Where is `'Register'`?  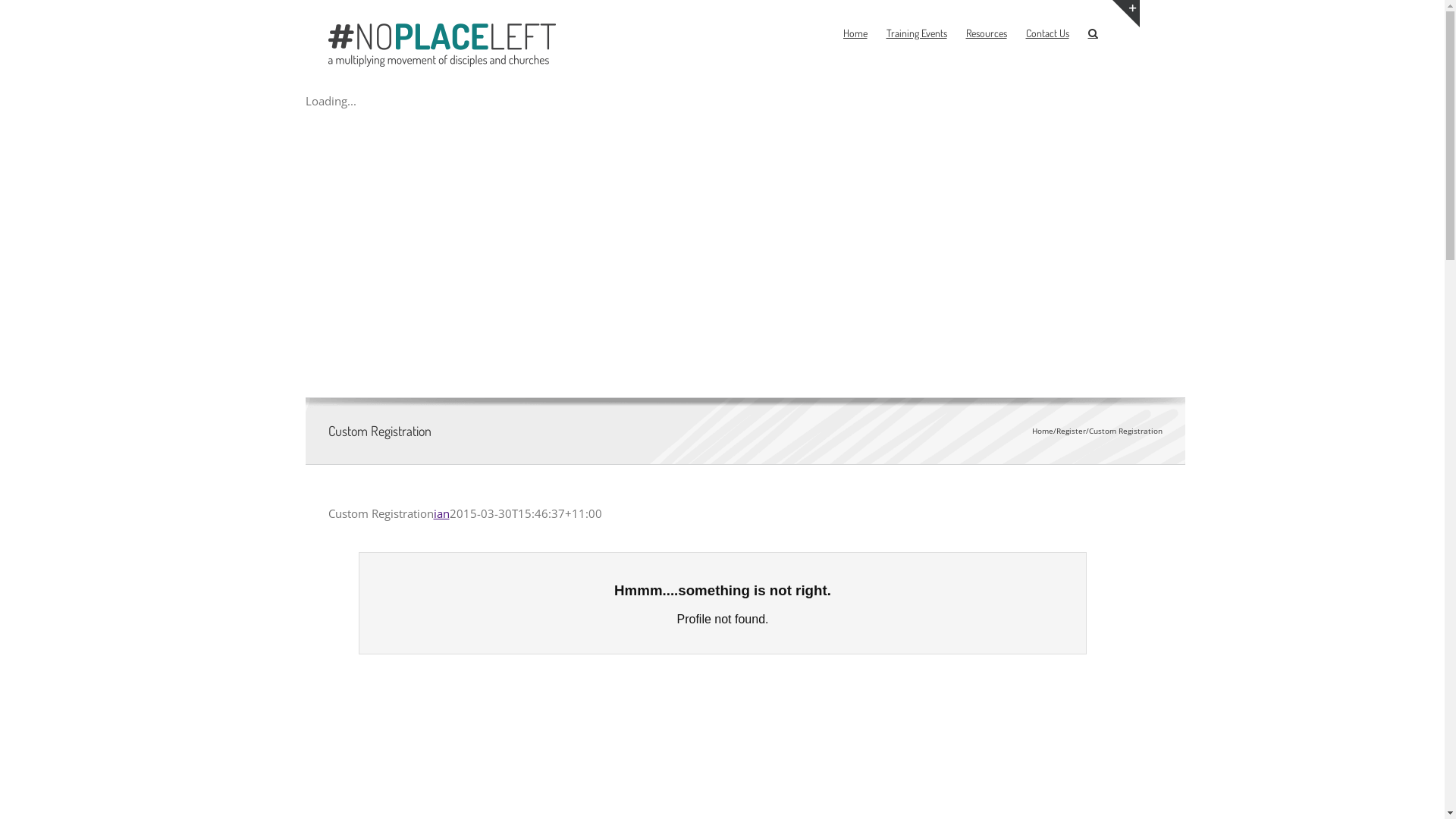 'Register' is located at coordinates (1069, 430).